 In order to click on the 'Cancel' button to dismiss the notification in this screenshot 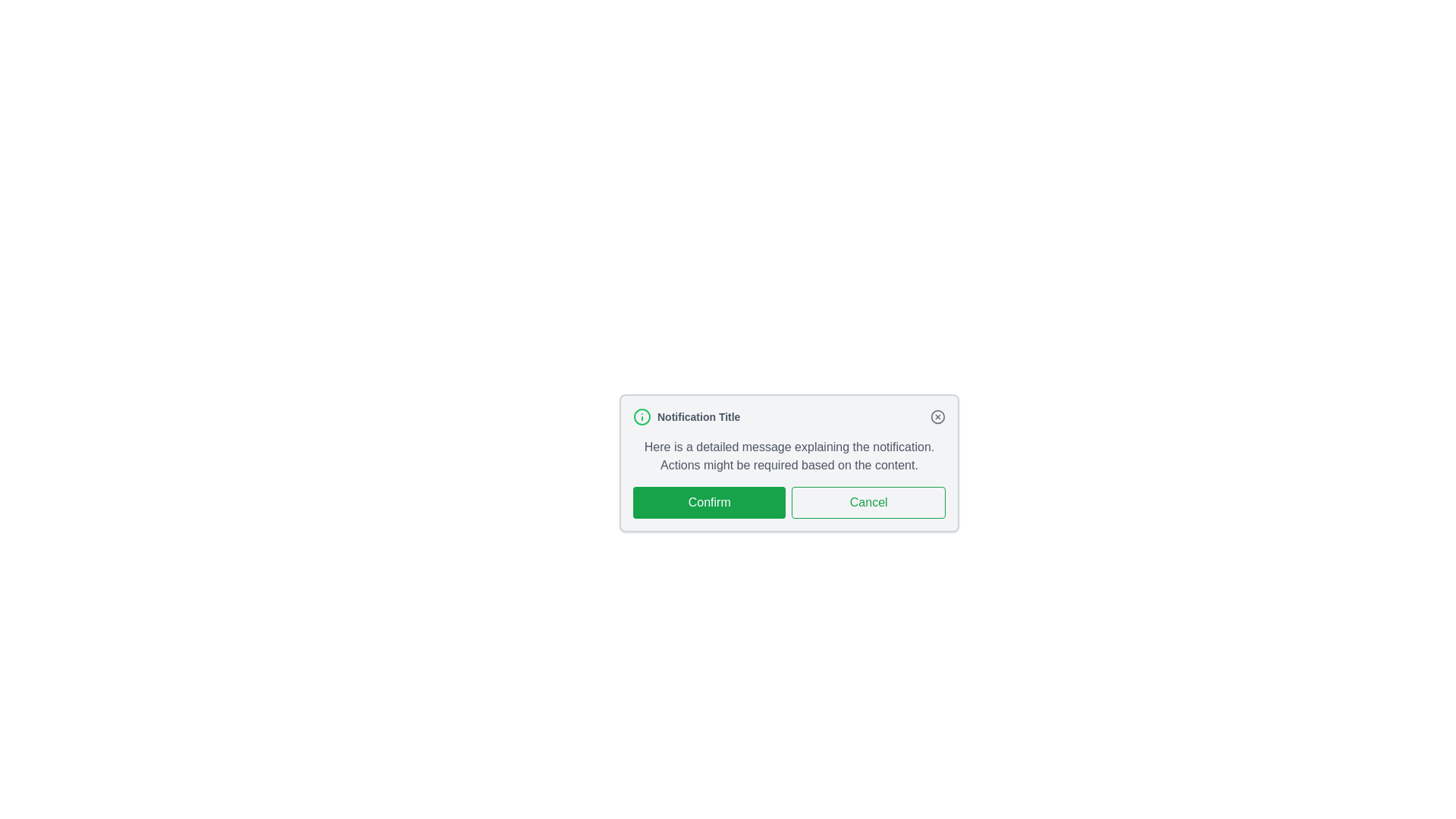, I will do `click(868, 503)`.